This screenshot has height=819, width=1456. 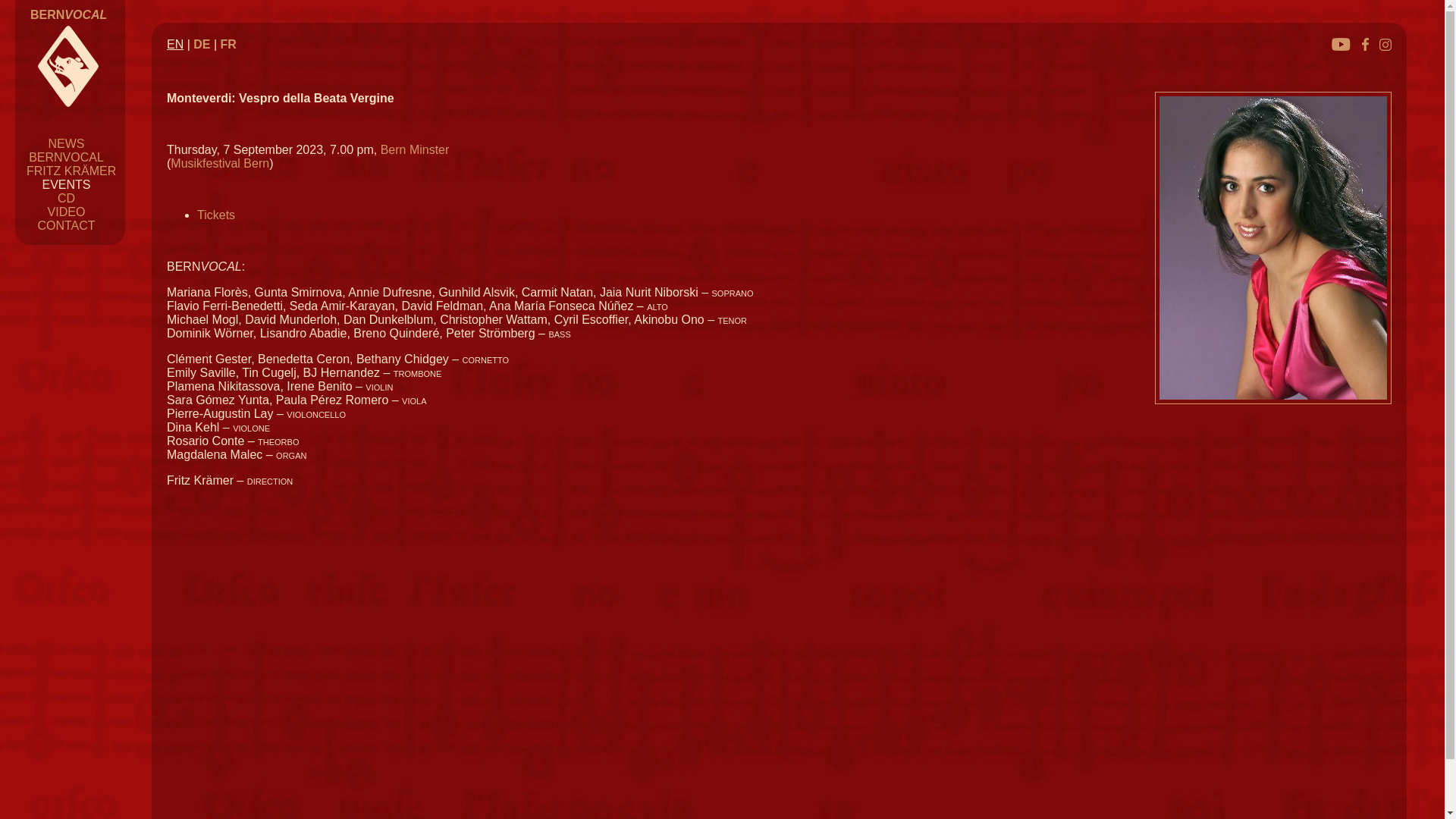 What do you see at coordinates (192, 43) in the screenshot?
I see `'DE'` at bounding box center [192, 43].